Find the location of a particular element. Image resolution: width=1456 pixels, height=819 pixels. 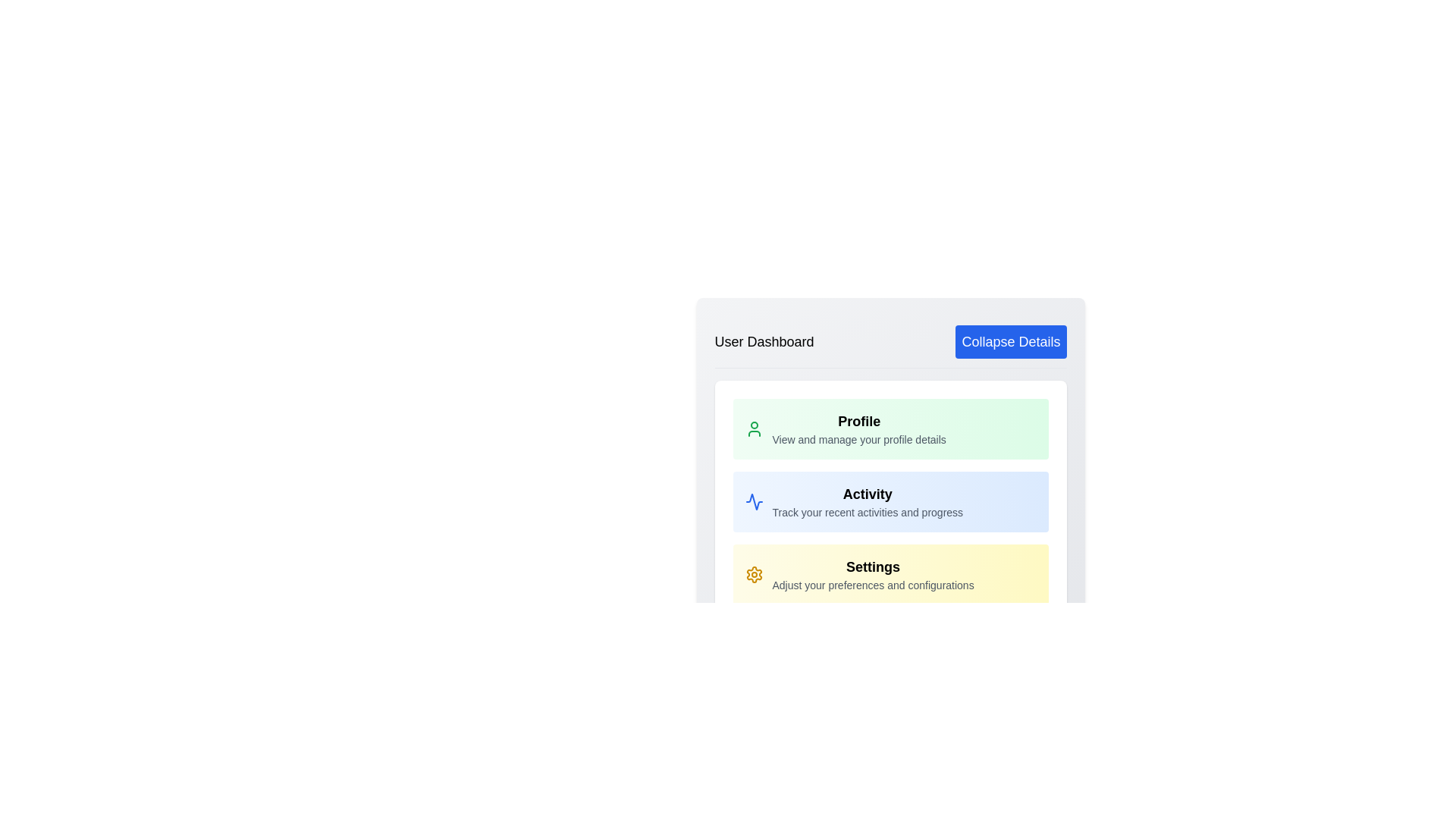

the bold 'Profile' label, which is styled with a larger font size in black on a light green background, serving as the heading for a section in a card layout is located at coordinates (859, 421).